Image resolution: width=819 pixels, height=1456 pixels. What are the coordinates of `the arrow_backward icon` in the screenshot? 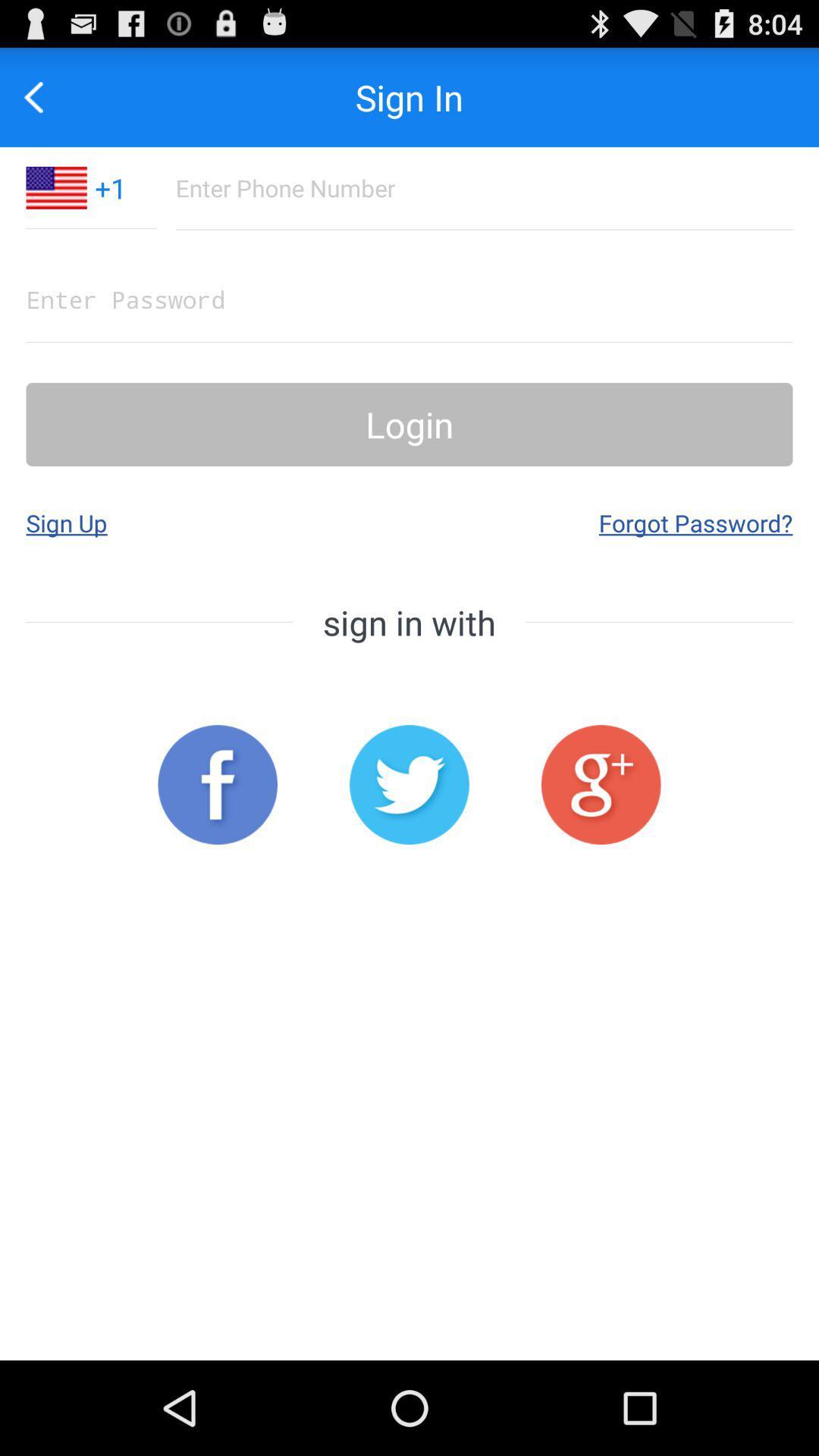 It's located at (41, 103).